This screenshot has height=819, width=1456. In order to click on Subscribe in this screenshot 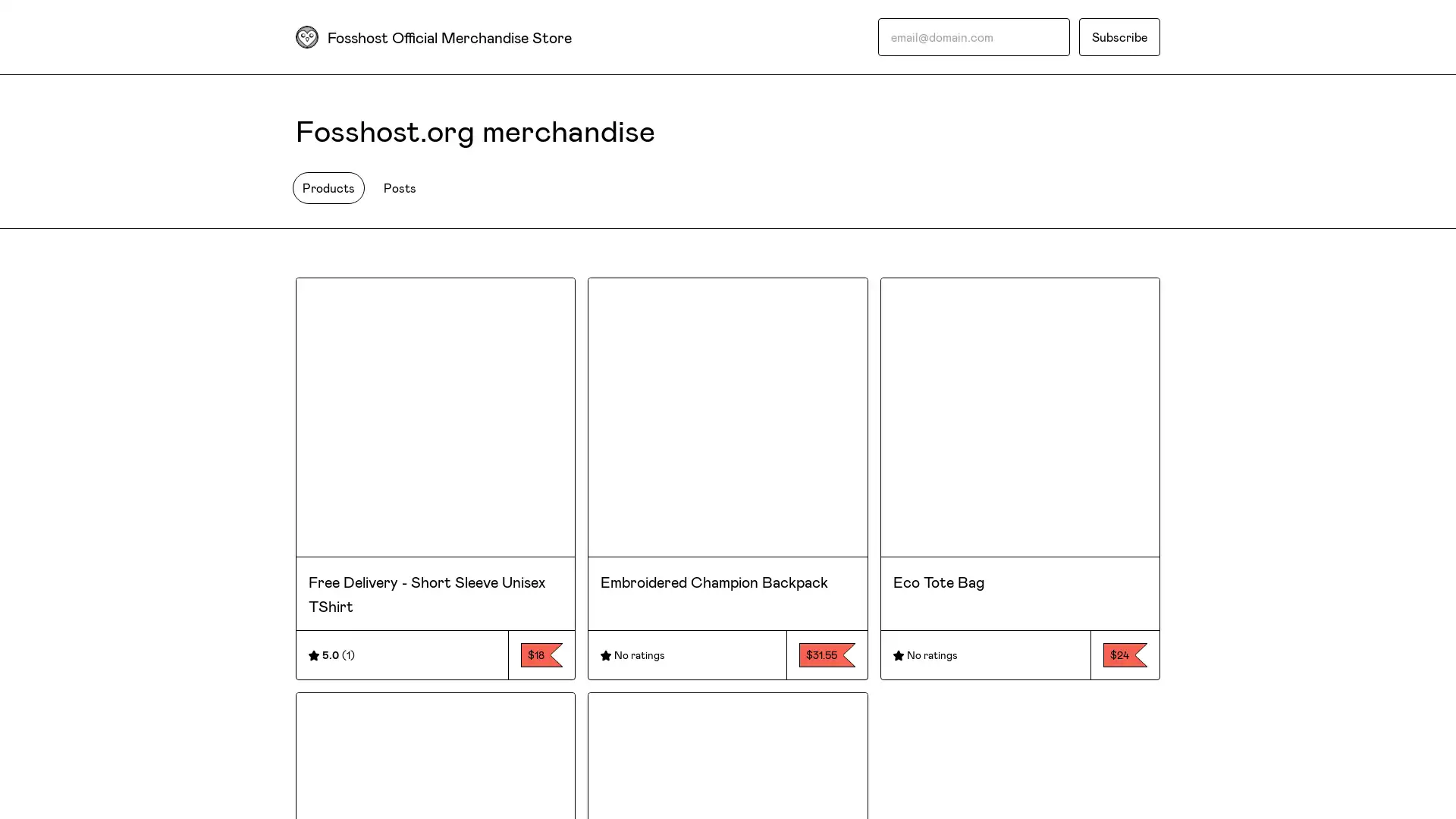, I will do `click(1119, 36)`.